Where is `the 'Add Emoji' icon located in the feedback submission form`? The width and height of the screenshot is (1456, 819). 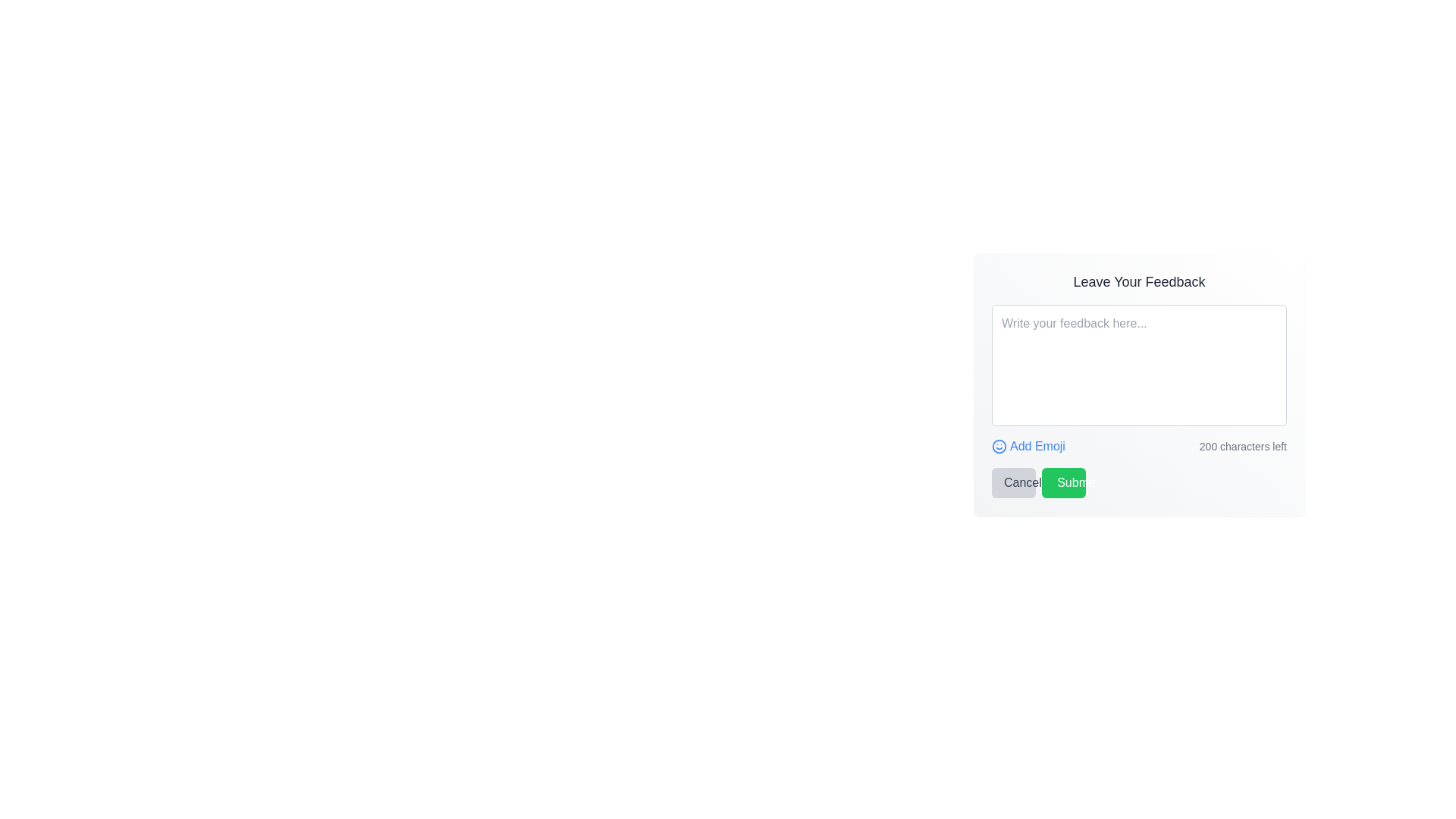 the 'Add Emoji' icon located in the feedback submission form is located at coordinates (999, 446).